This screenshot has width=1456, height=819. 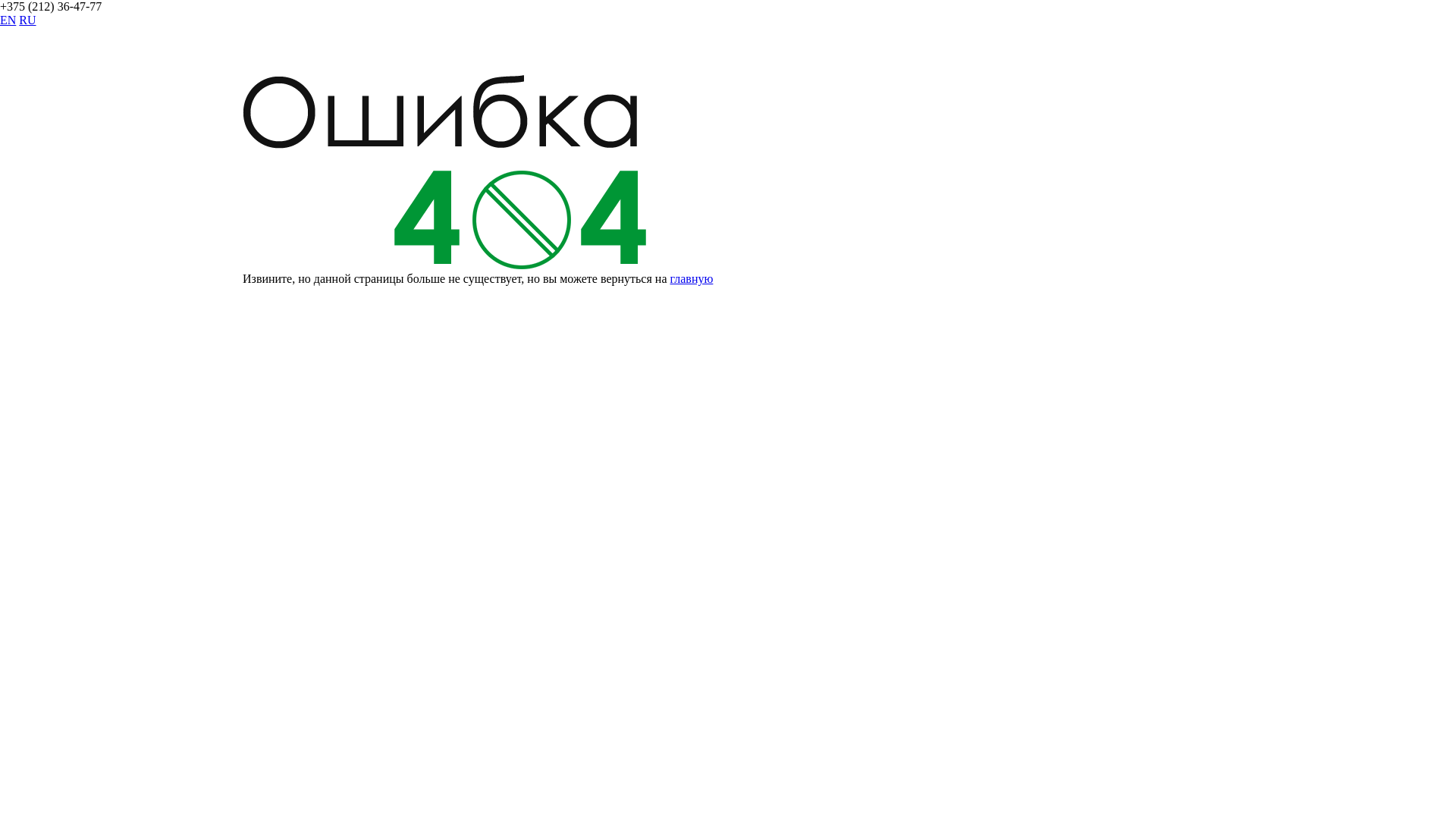 I want to click on 'EN', so click(x=8, y=20).